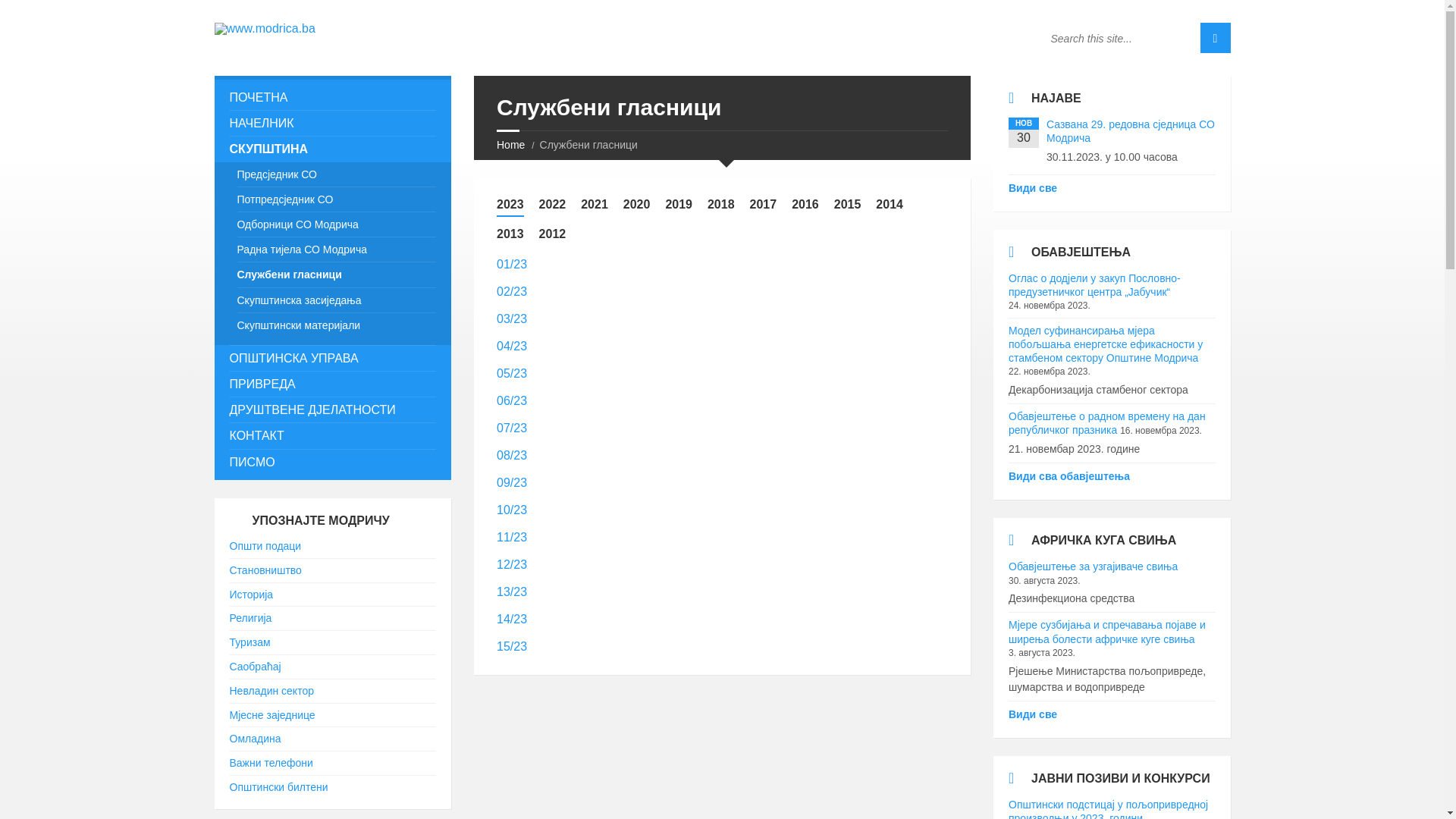 Image resolution: width=1456 pixels, height=819 pixels. What do you see at coordinates (512, 510) in the screenshot?
I see `'10/23'` at bounding box center [512, 510].